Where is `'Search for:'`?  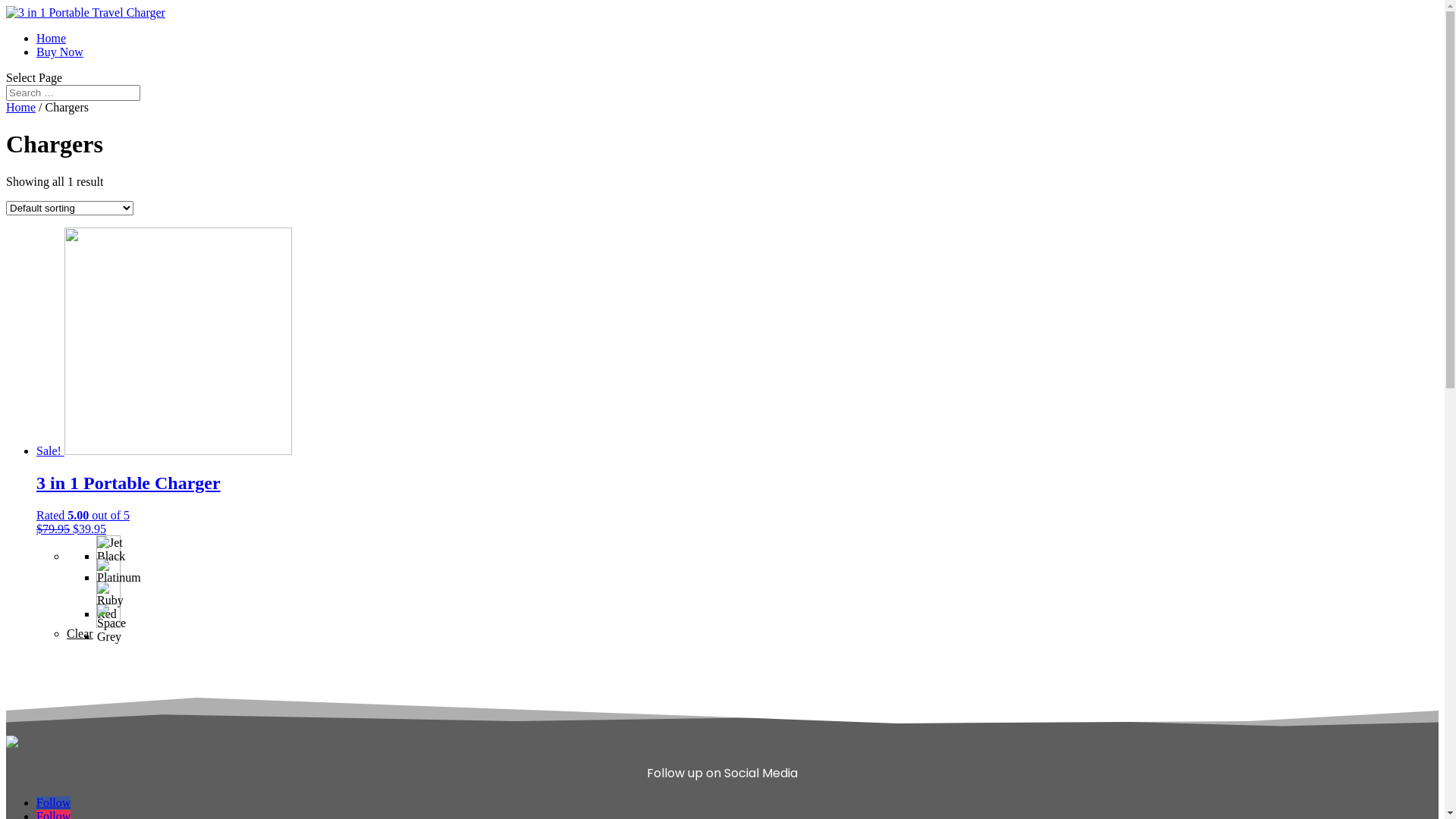 'Search for:' is located at coordinates (72, 93).